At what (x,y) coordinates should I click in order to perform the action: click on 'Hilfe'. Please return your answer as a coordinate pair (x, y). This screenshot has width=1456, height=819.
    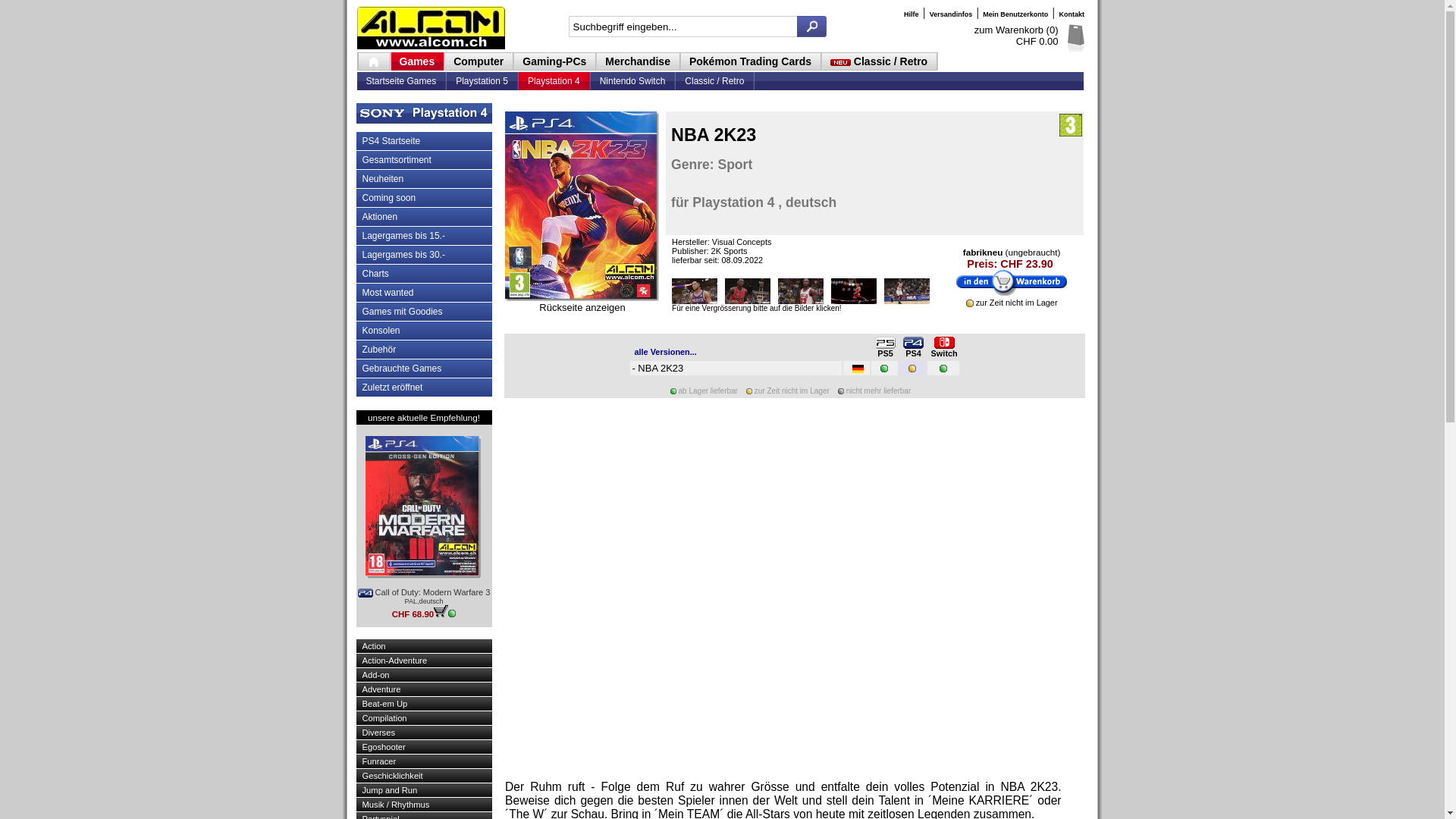
    Looking at the image, I should click on (910, 14).